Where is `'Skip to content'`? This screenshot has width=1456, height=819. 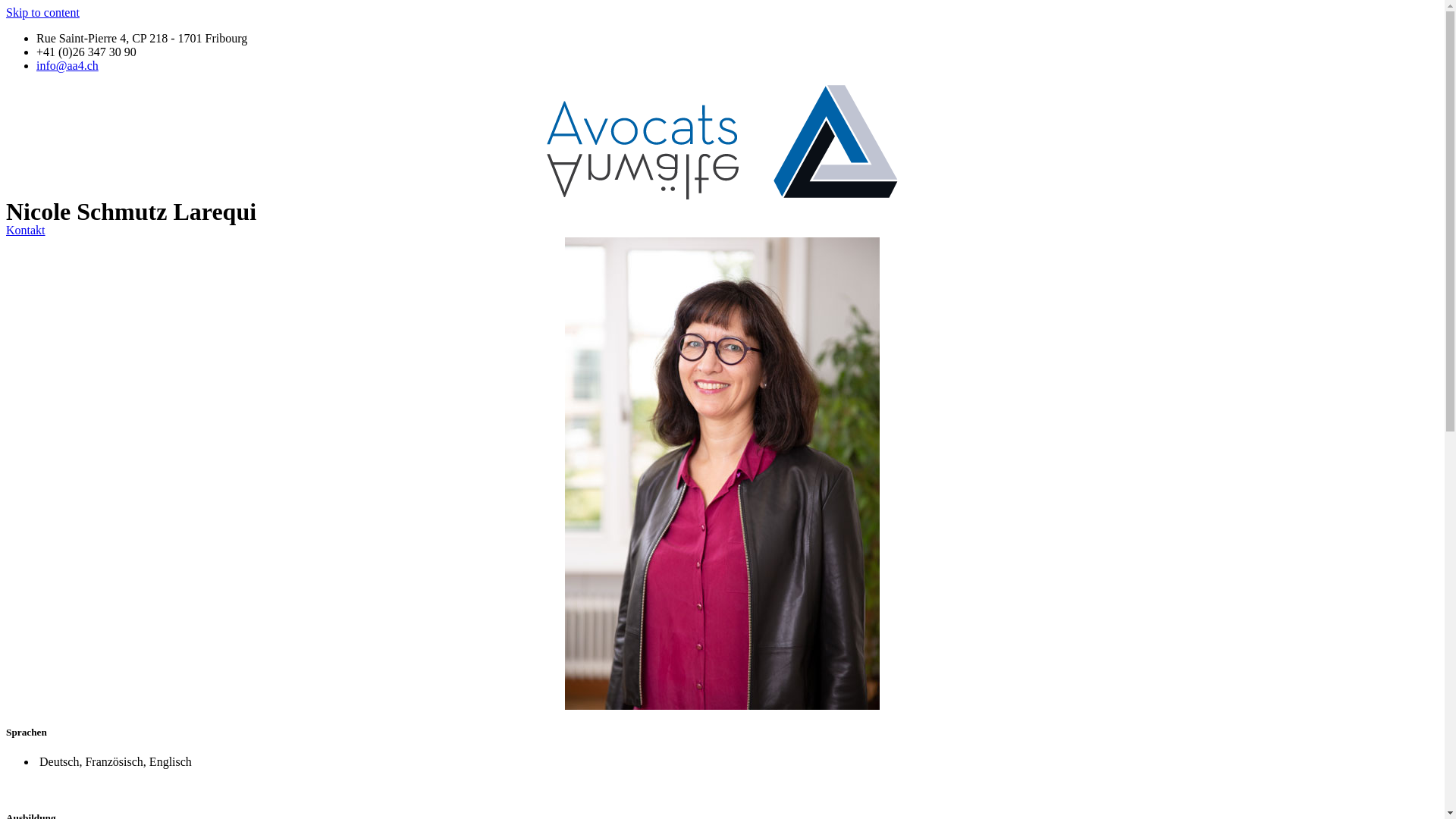 'Skip to content' is located at coordinates (42, 12).